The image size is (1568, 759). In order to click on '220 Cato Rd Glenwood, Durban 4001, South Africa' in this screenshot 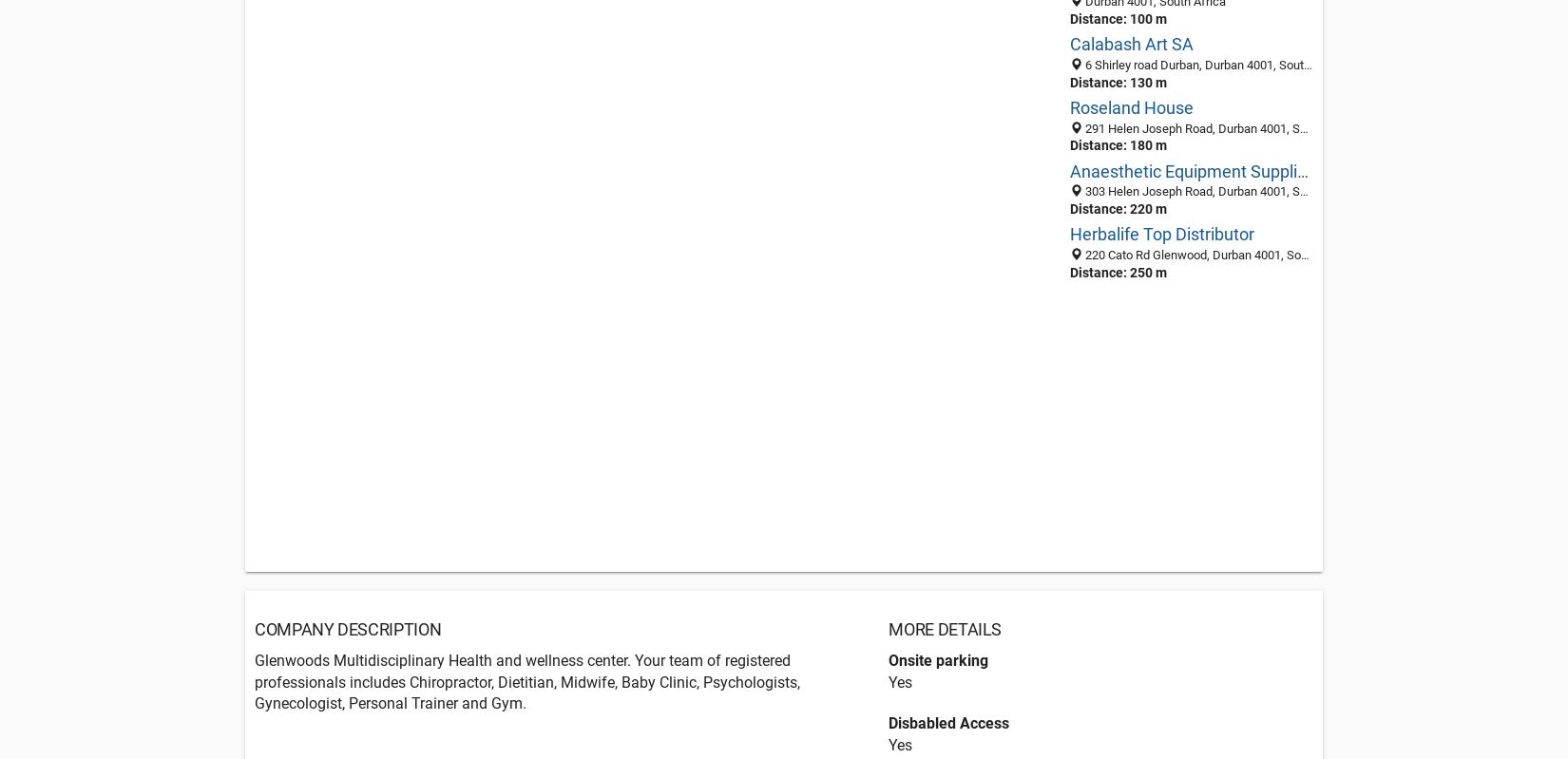, I will do `click(1081, 254)`.